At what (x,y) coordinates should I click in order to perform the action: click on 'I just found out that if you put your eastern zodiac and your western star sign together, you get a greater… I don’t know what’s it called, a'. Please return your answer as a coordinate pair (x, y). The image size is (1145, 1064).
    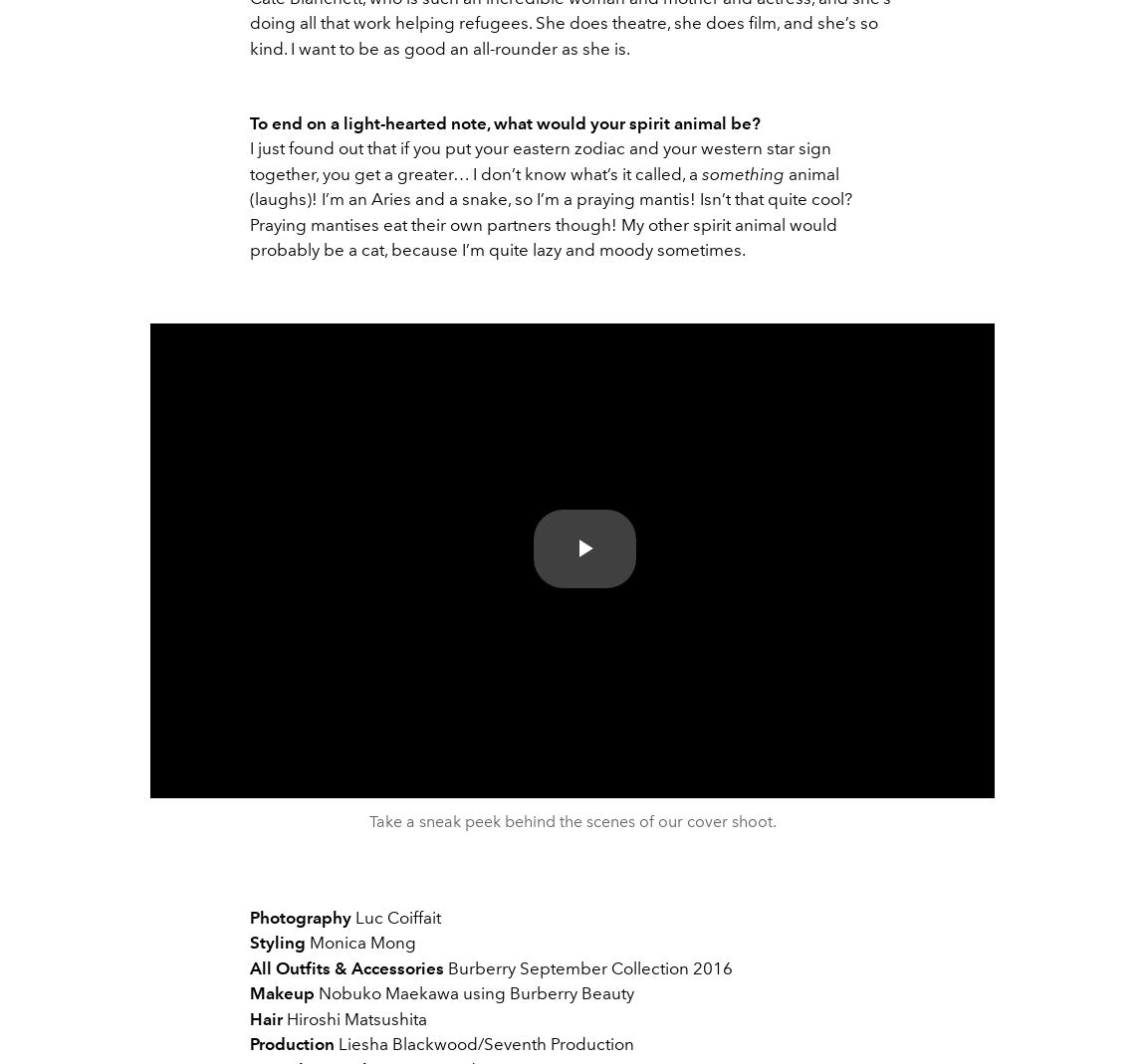
    Looking at the image, I should click on (541, 160).